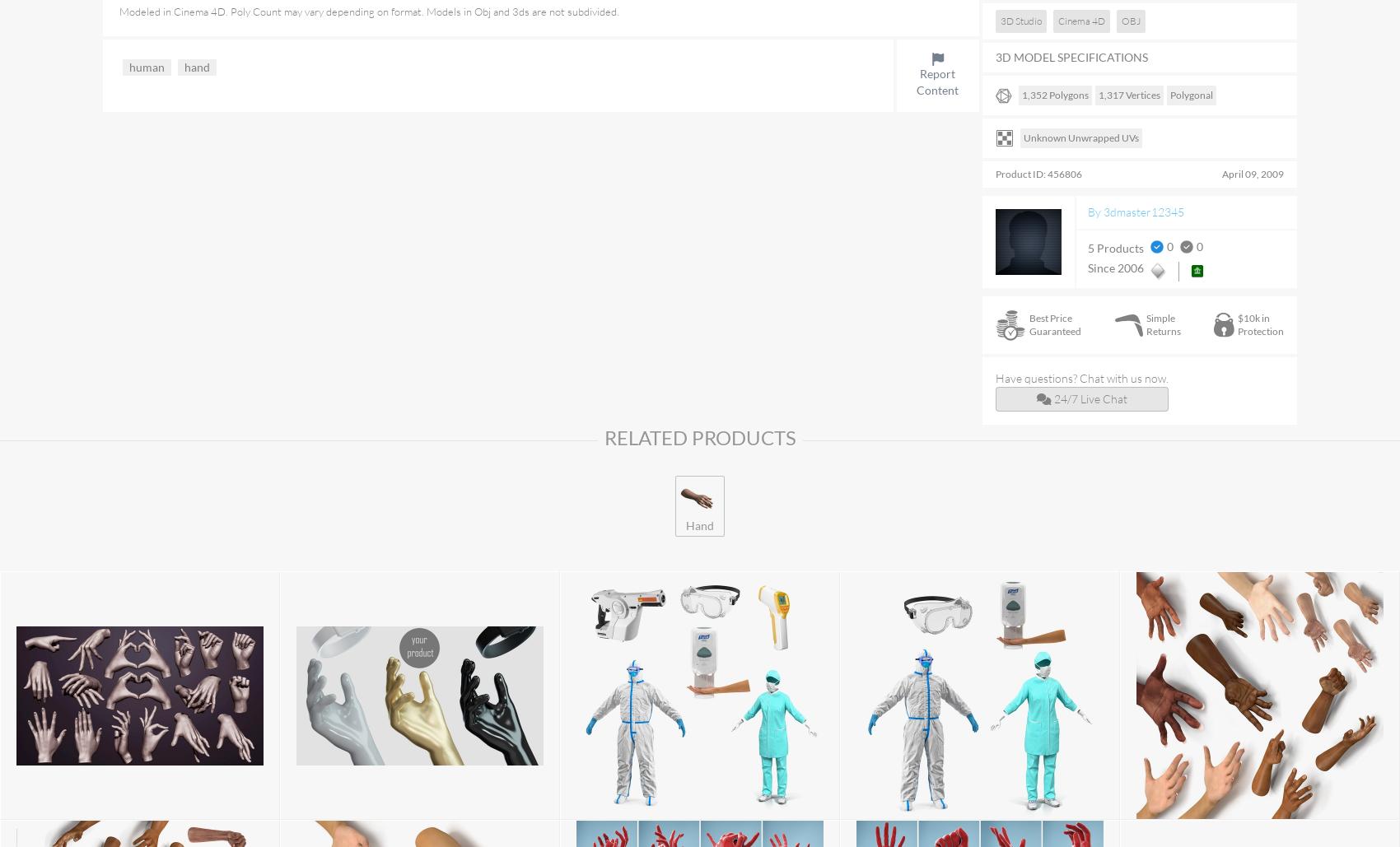 This screenshot has width=1400, height=847. I want to click on 'Polygonal', so click(1191, 94).